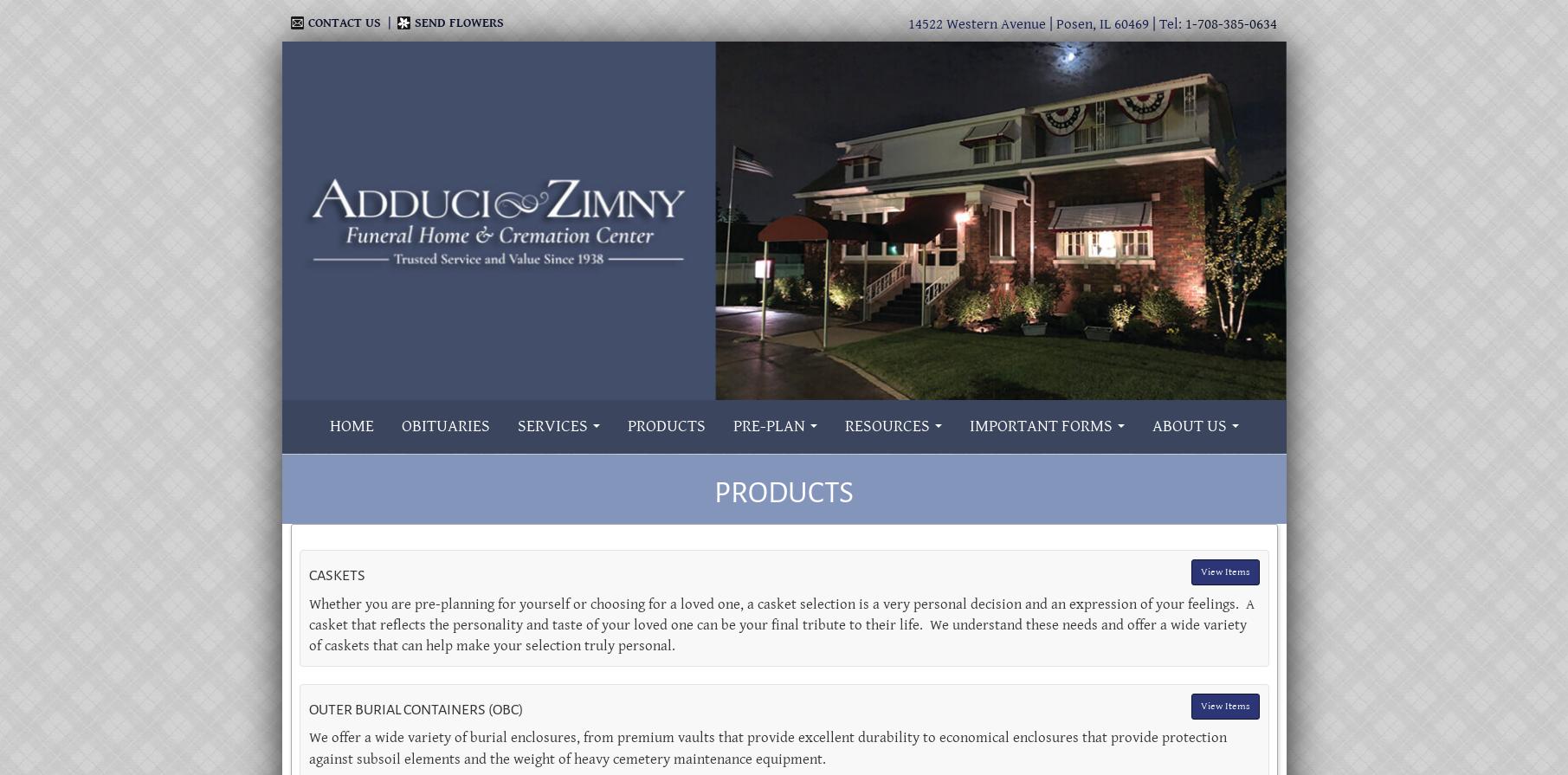 Image resolution: width=1568 pixels, height=775 pixels. What do you see at coordinates (1074, 24) in the screenshot?
I see `'Posen'` at bounding box center [1074, 24].